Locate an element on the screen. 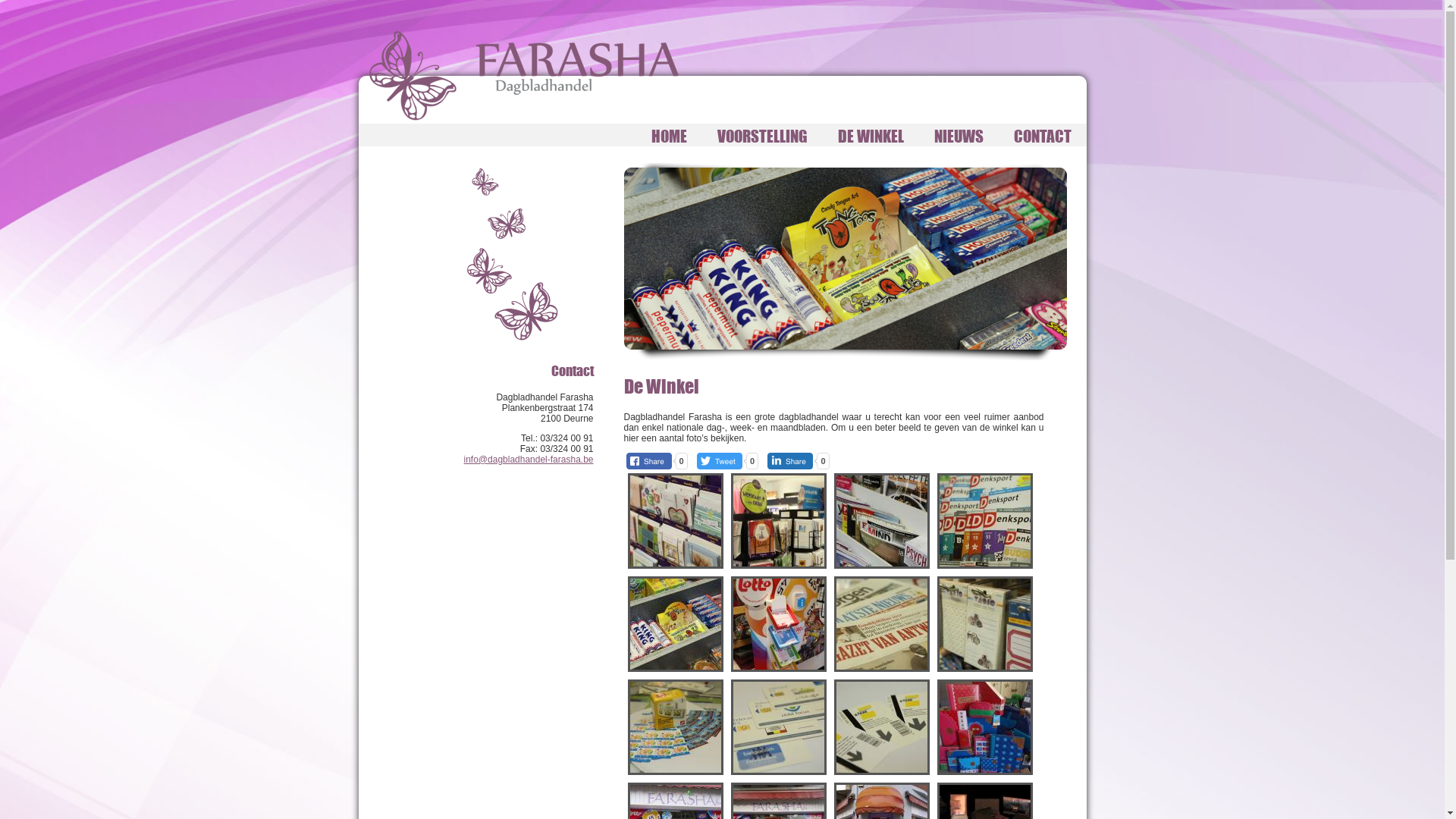  'NIEUWS' is located at coordinates (958, 134).